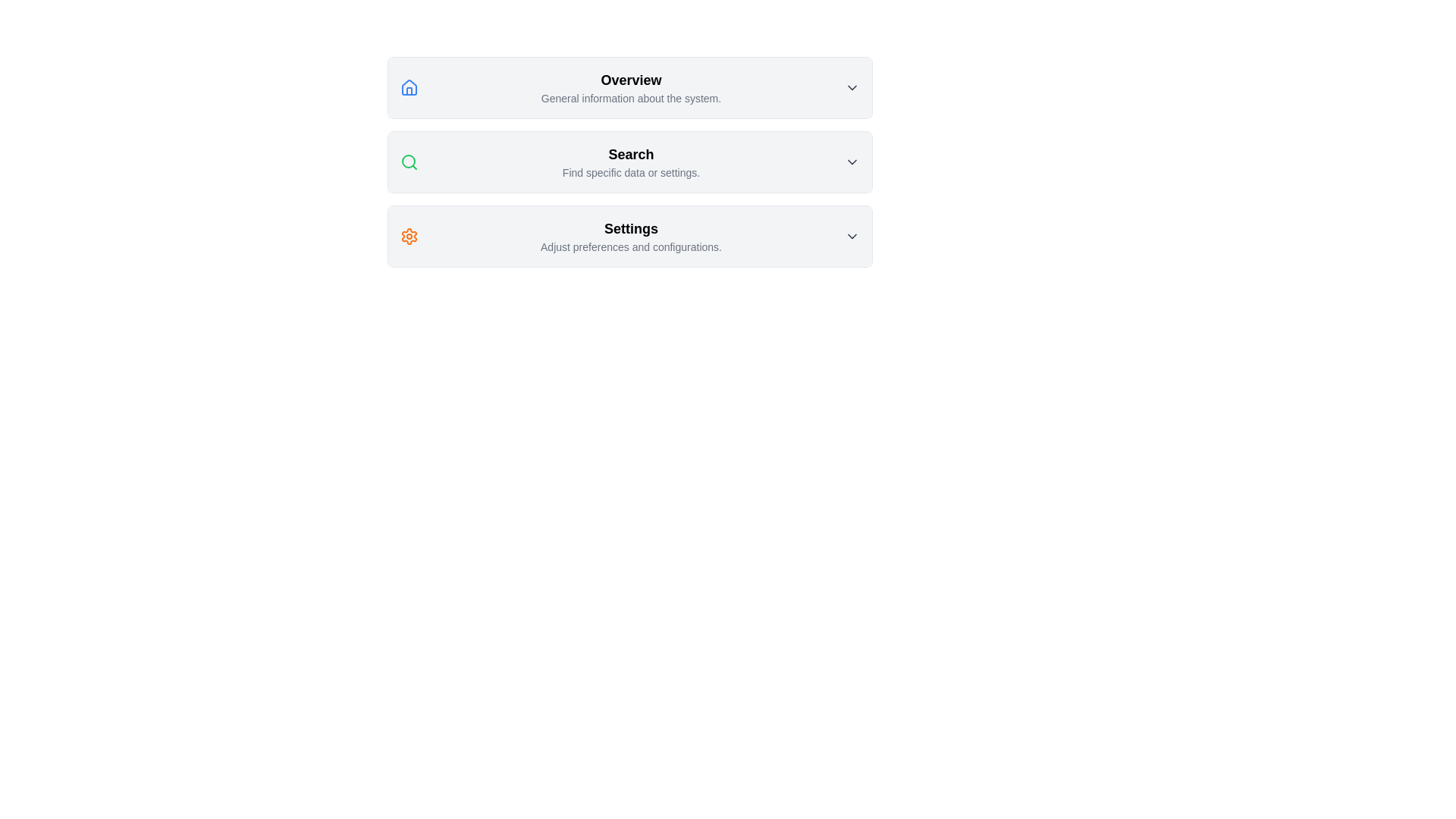  What do you see at coordinates (629, 162) in the screenshot?
I see `the expandable menu item titled 'Search', which features a green magnifying glass icon and a downward arrow for expansion` at bounding box center [629, 162].